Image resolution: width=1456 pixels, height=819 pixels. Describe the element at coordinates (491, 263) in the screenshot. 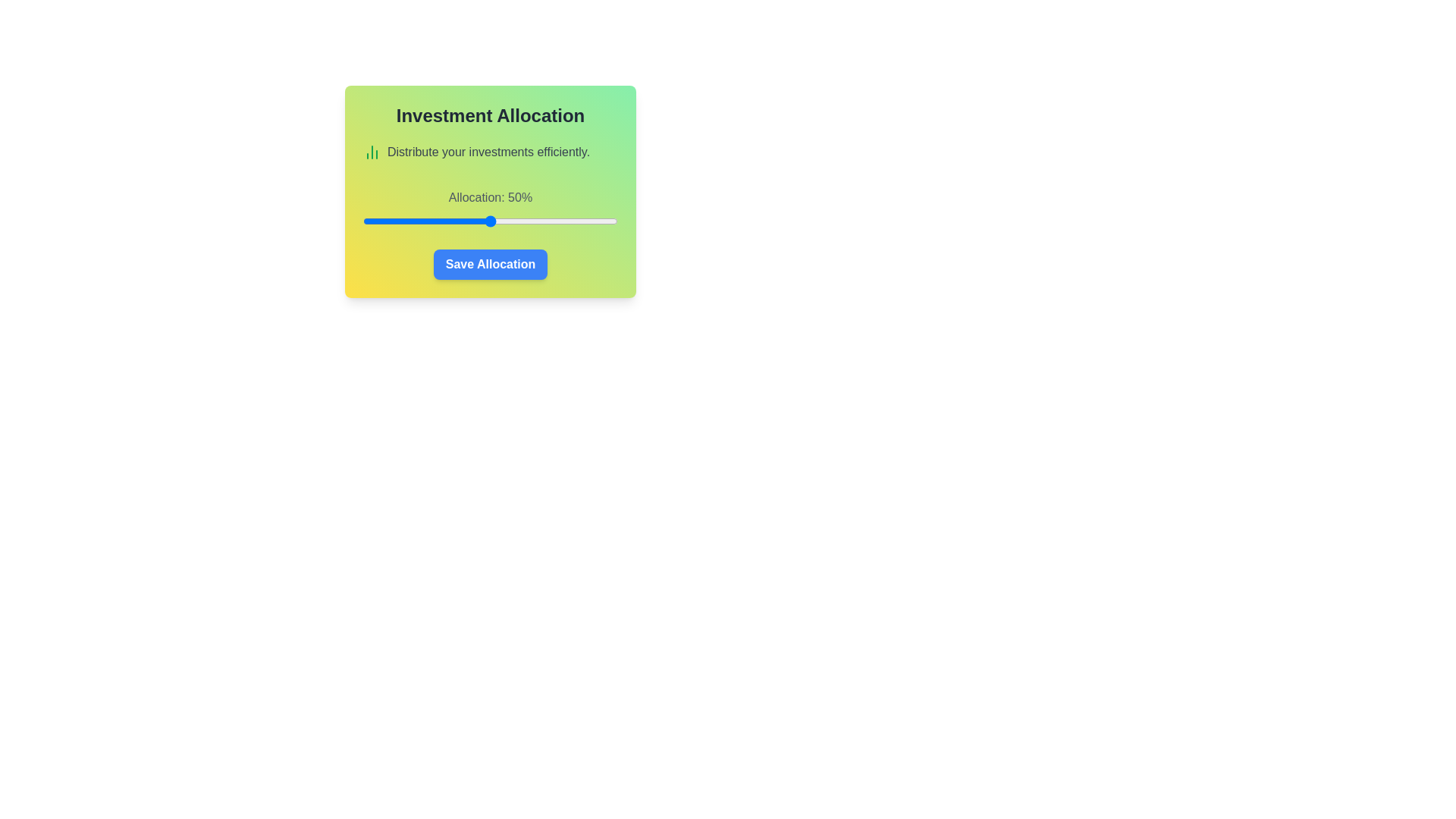

I see `the 'Save Allocation' button to confirm the allocation` at that location.